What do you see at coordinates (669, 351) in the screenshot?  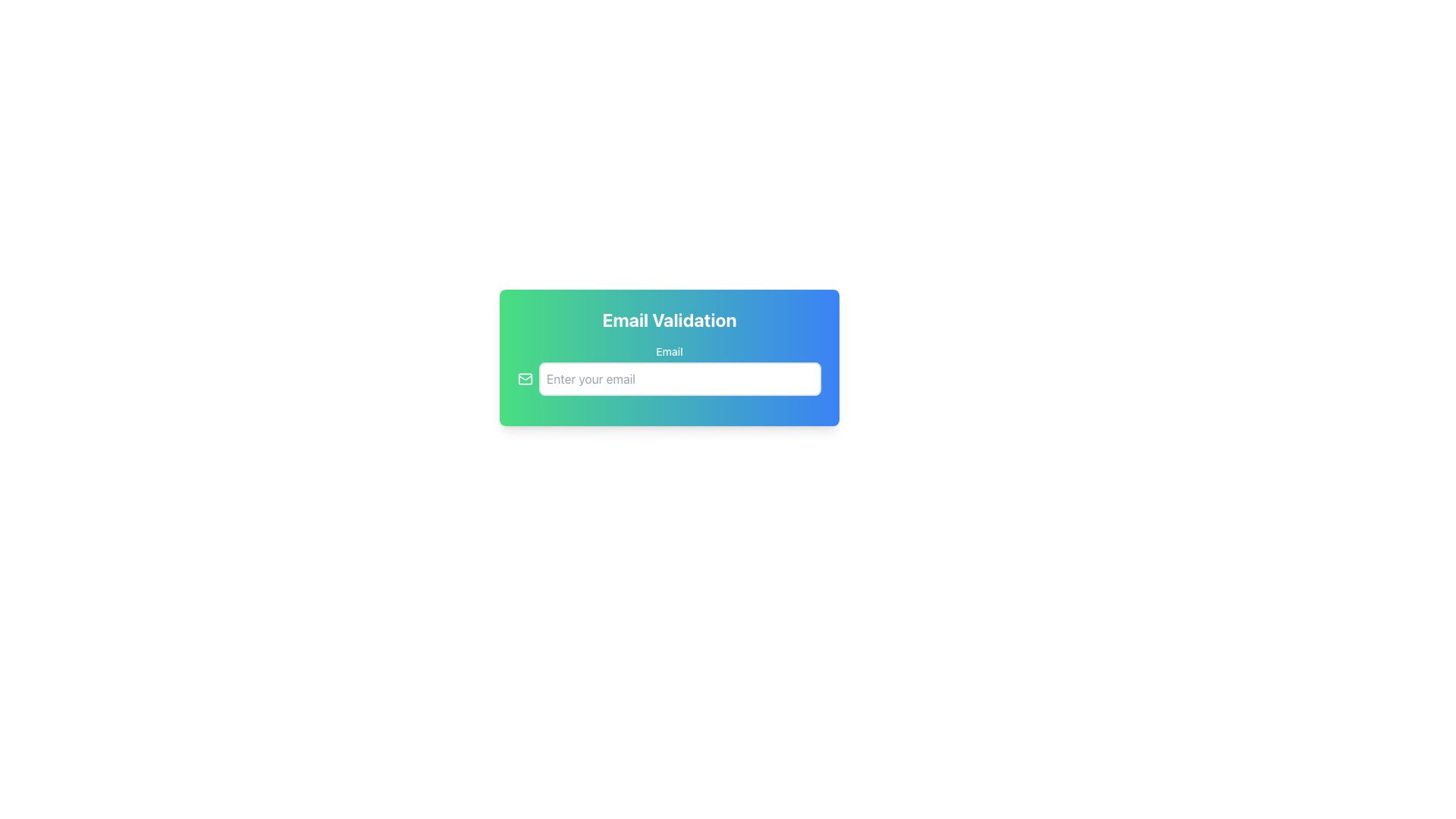 I see `the static text label that reads 'Email', styled with a white font against a gradient background, positioned above the text input field` at bounding box center [669, 351].